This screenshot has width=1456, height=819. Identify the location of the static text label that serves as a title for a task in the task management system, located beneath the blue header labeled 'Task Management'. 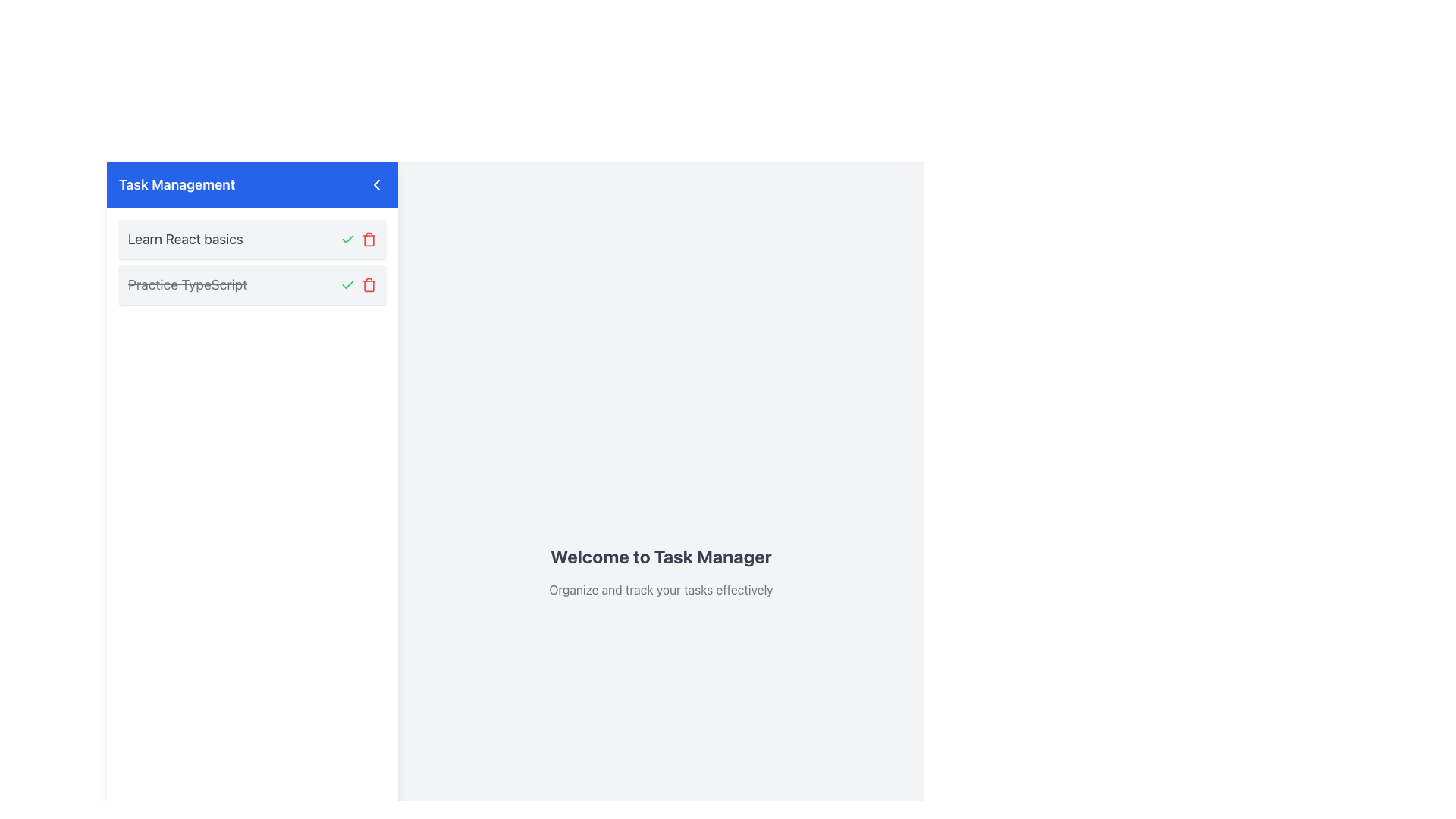
(184, 239).